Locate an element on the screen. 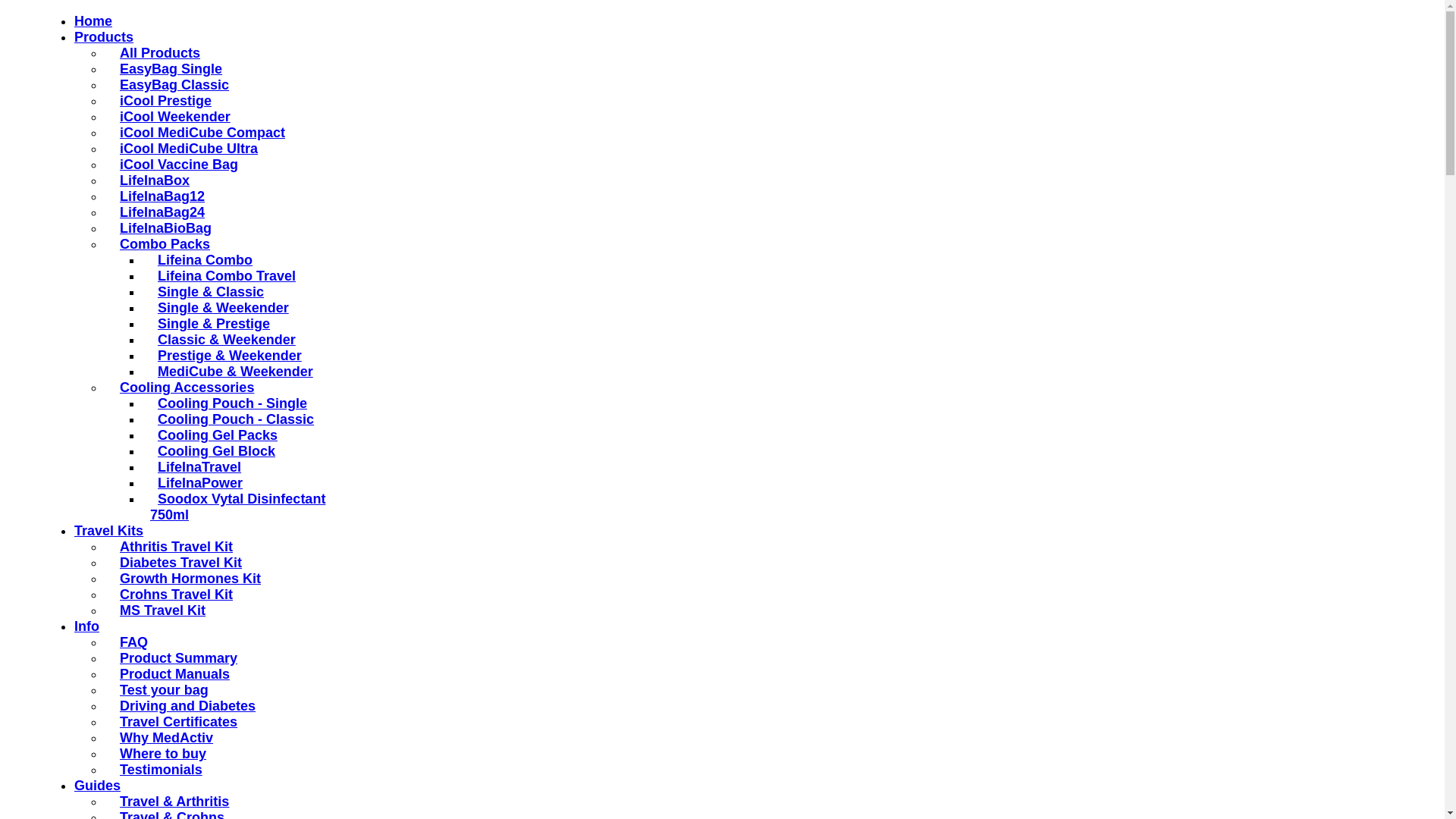  'LifeInaBag24' is located at coordinates (158, 212).